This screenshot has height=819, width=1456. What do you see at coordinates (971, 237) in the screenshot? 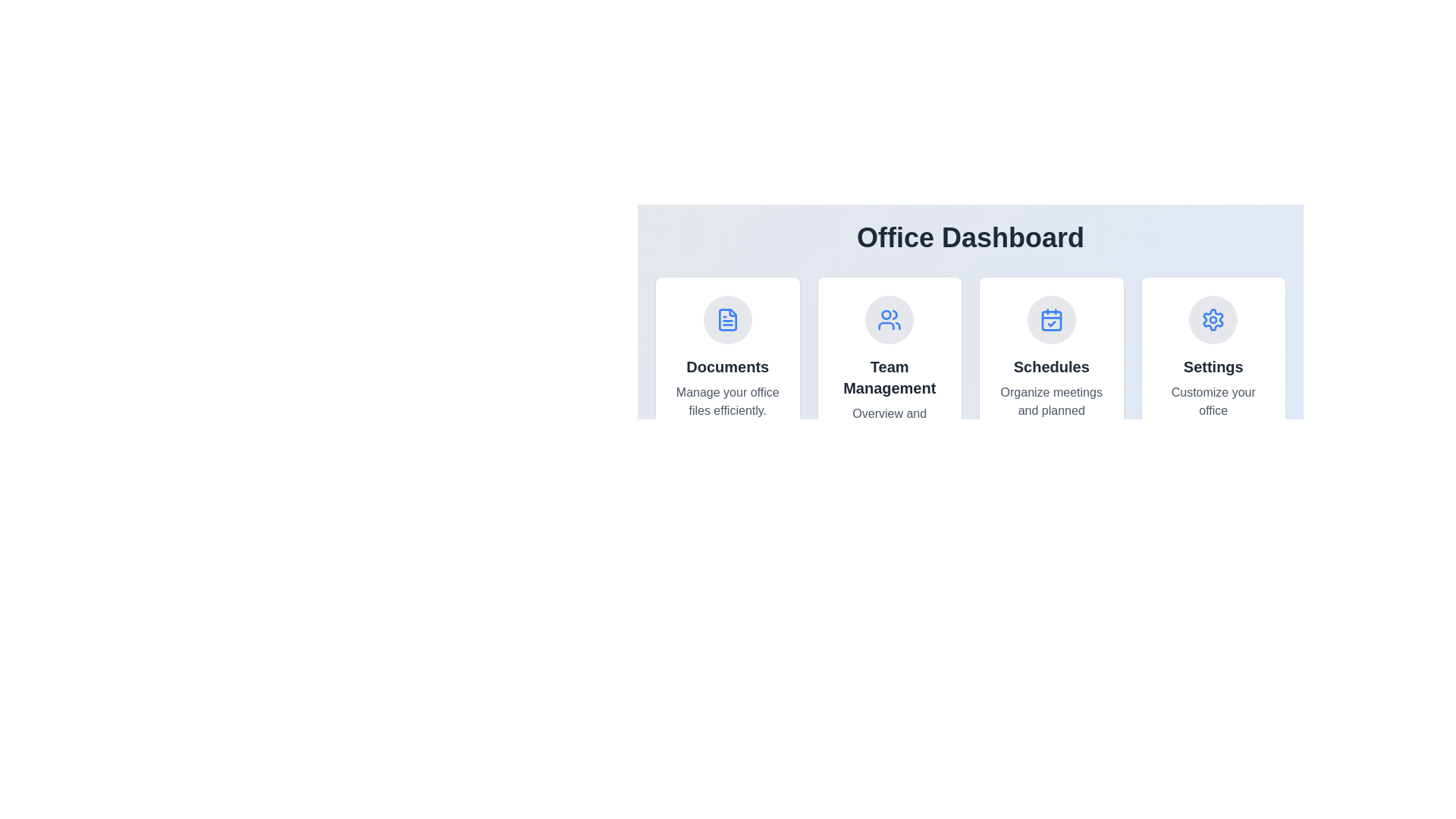
I see `the bold, centered headline 'Office Dashboard' located at the top of the content with a gradient background` at bounding box center [971, 237].